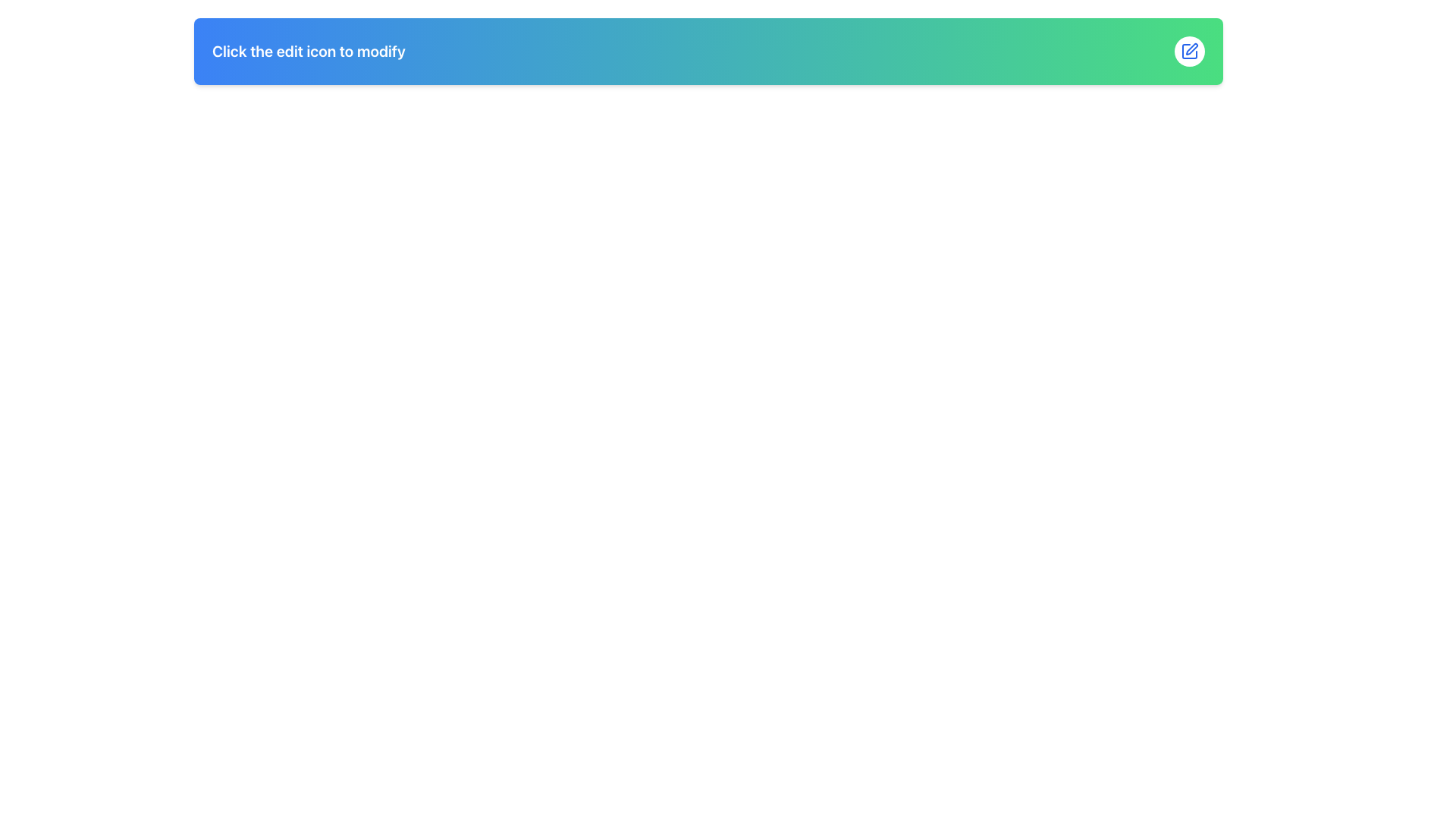  What do you see at coordinates (1189, 51) in the screenshot?
I see `on the blue stroke pen icon within the circular button located in the upper right-hand corner of the interface` at bounding box center [1189, 51].